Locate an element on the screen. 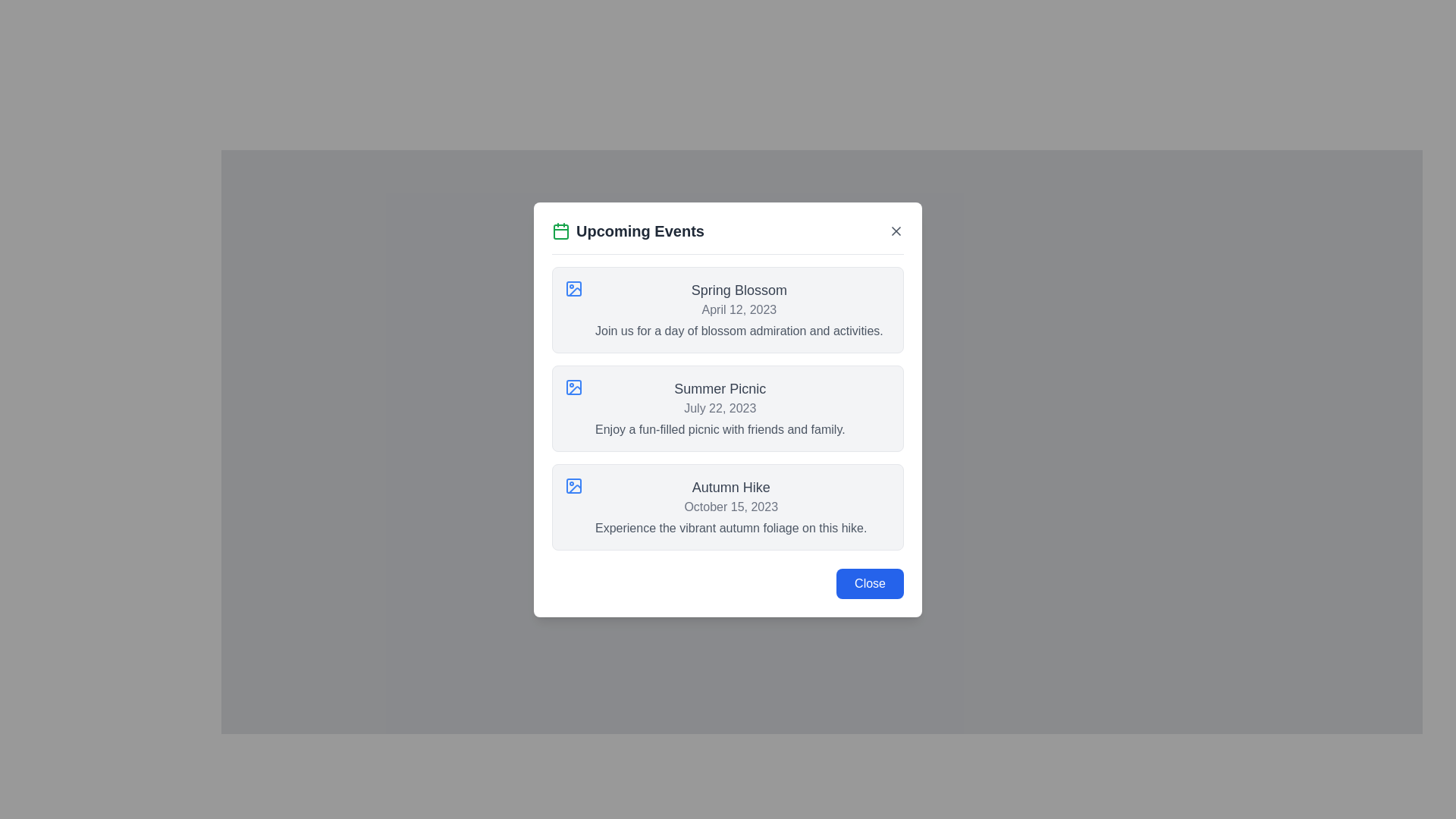 The width and height of the screenshot is (1456, 819). the Text label indicating the scheduled date of the 'Autumn Hike' event, which is positioned below the title and above the event description in the 'Upcoming Events' modal is located at coordinates (731, 507).